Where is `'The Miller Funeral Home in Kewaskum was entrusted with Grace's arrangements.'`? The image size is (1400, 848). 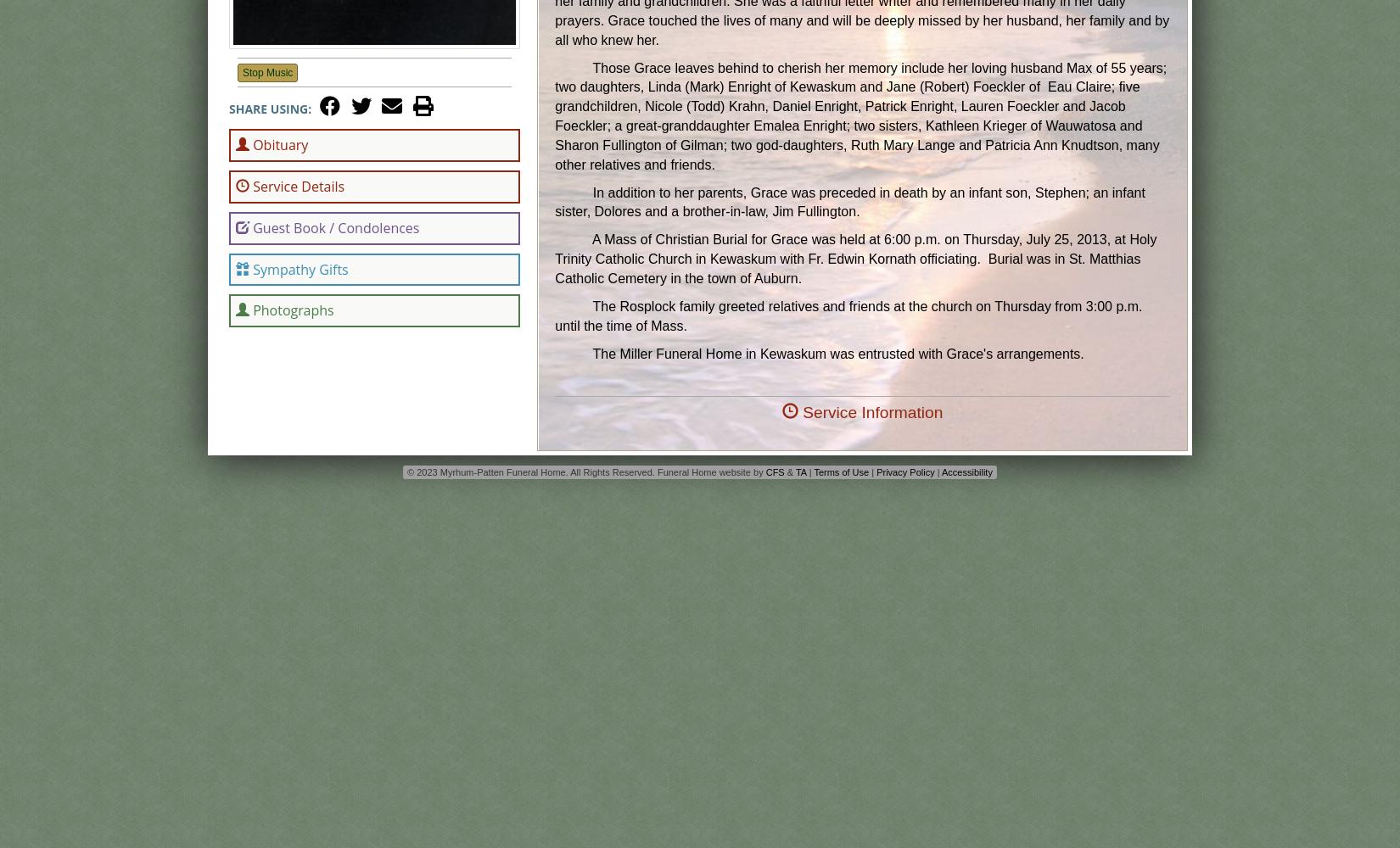
'The Miller Funeral Home in Kewaskum was entrusted with Grace's arrangements.' is located at coordinates (554, 353).